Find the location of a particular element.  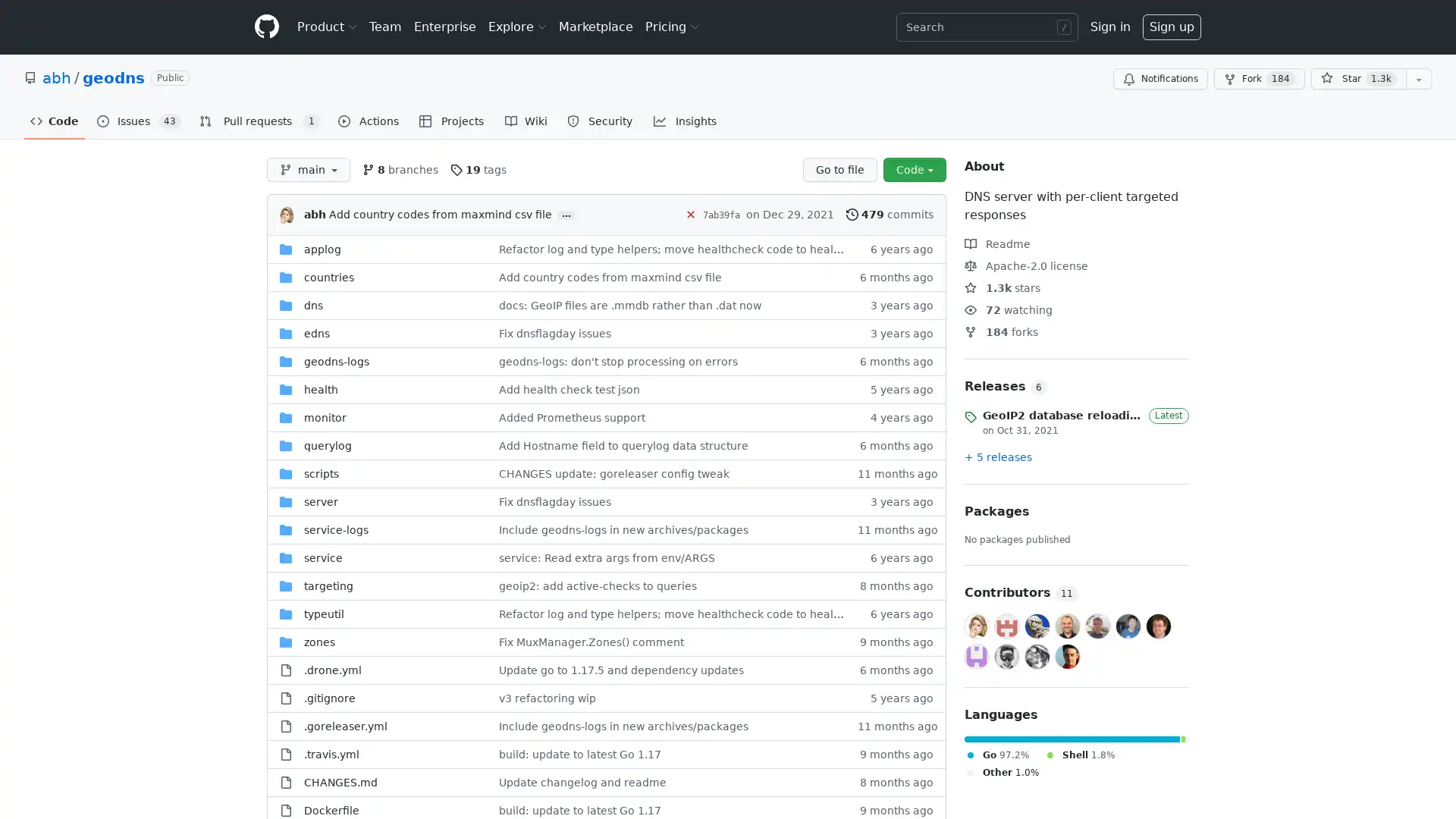

You must be signed in to add this repository to a list is located at coordinates (1418, 79).